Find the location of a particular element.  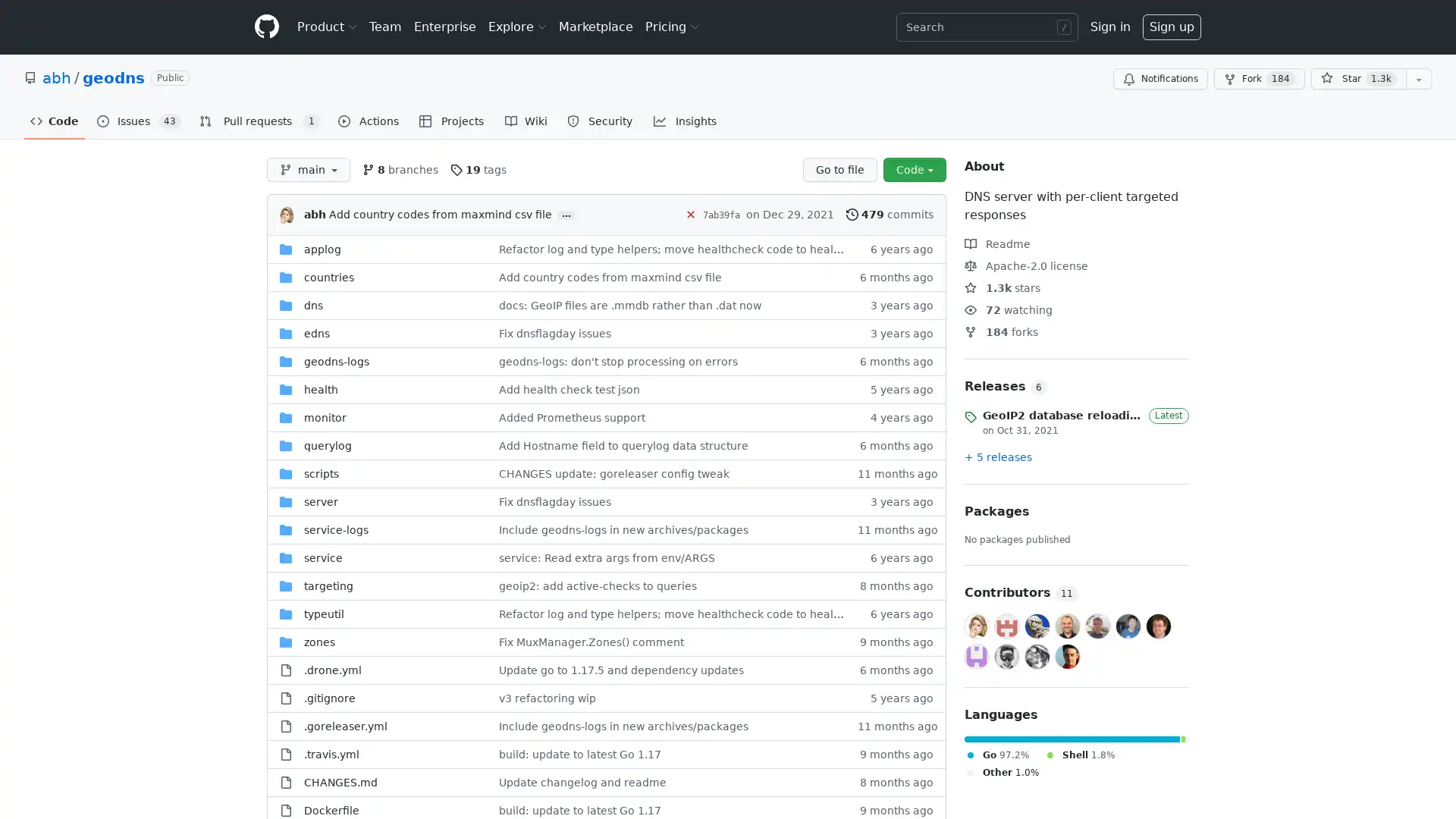

You must be signed in to add this repository to a list is located at coordinates (1418, 79).